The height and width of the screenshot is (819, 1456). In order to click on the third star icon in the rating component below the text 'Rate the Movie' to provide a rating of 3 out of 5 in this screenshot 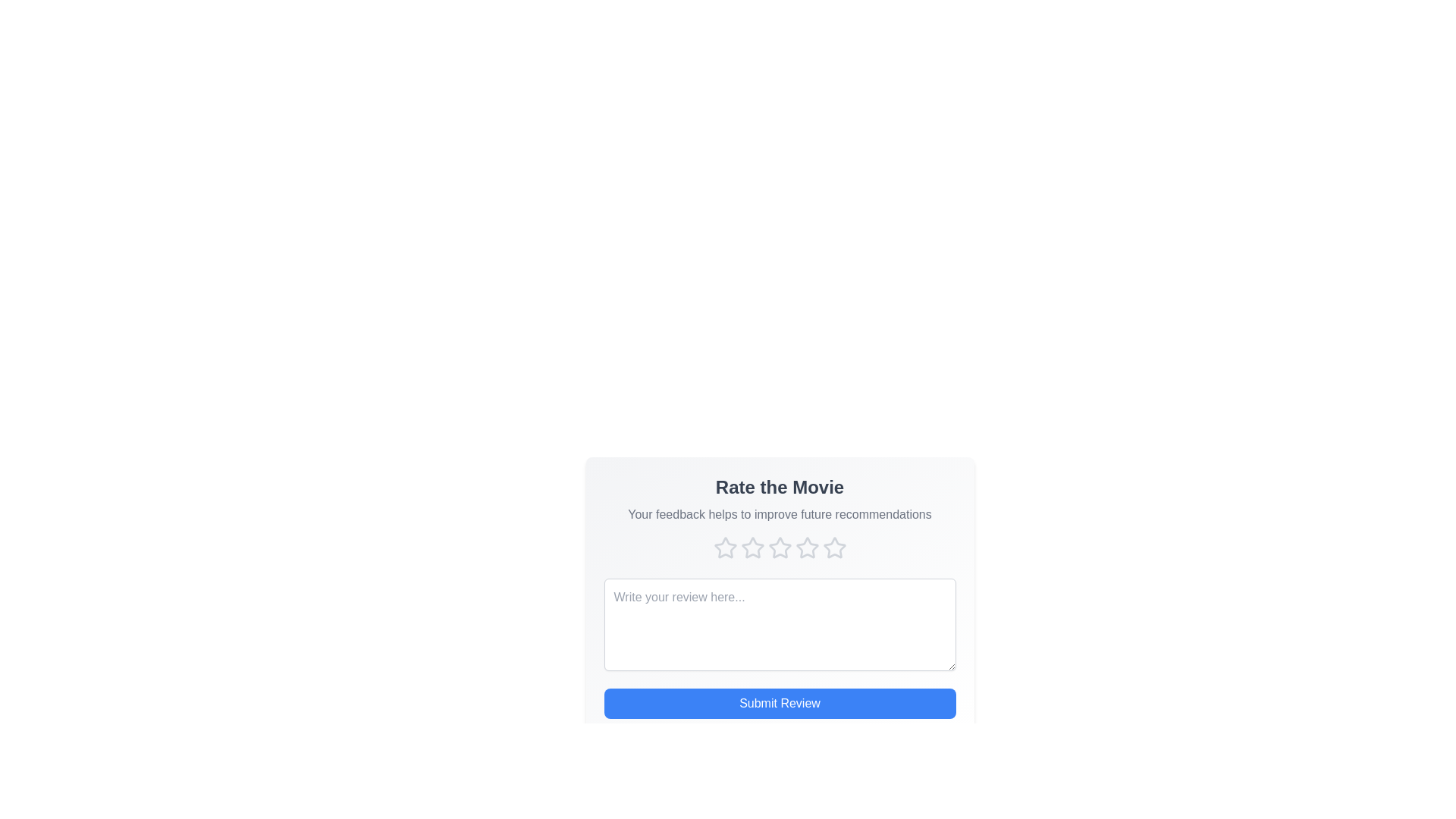, I will do `click(780, 548)`.